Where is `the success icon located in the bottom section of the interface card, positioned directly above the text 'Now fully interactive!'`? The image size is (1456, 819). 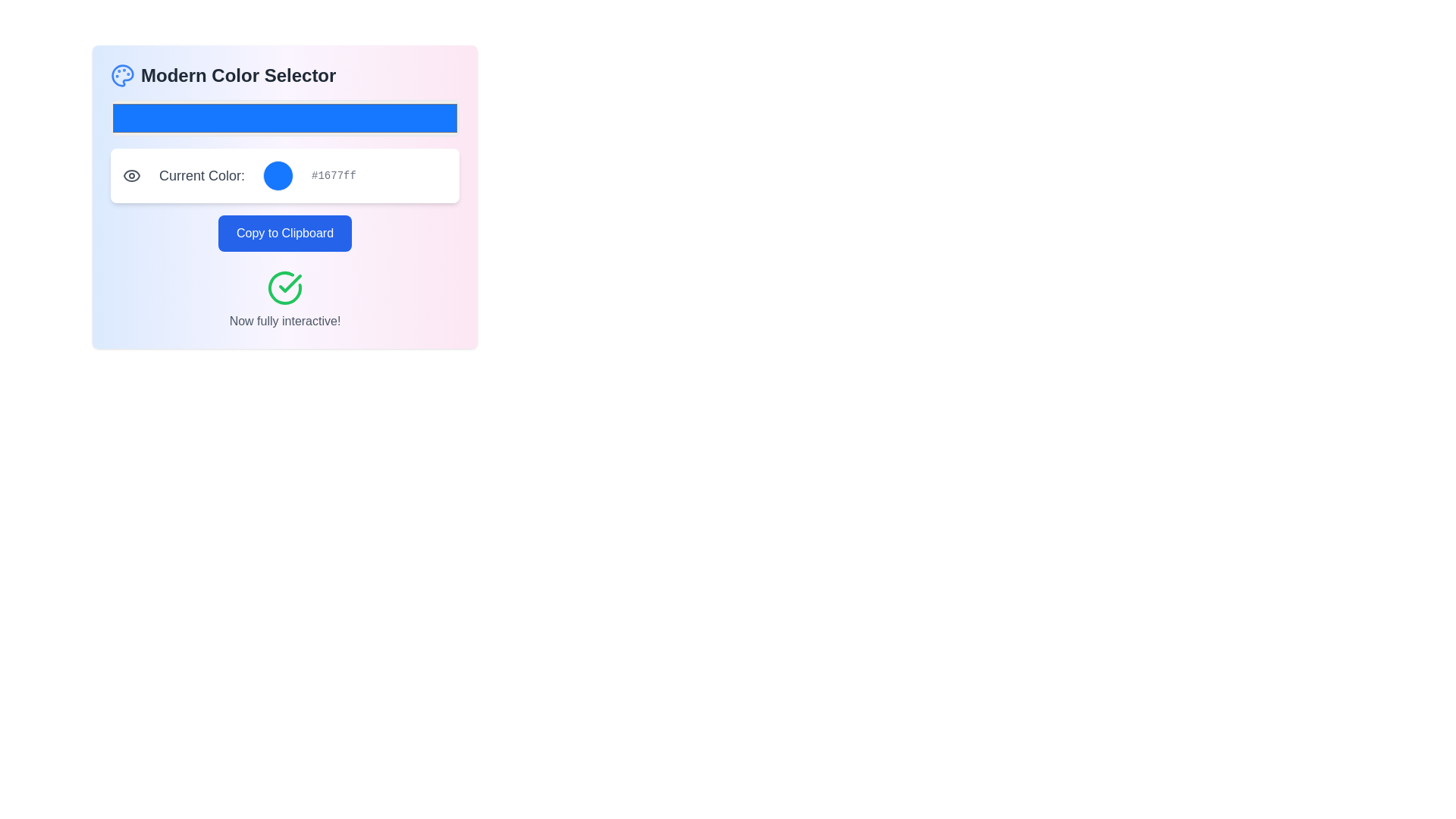 the success icon located in the bottom section of the interface card, positioned directly above the text 'Now fully interactive!' is located at coordinates (284, 288).